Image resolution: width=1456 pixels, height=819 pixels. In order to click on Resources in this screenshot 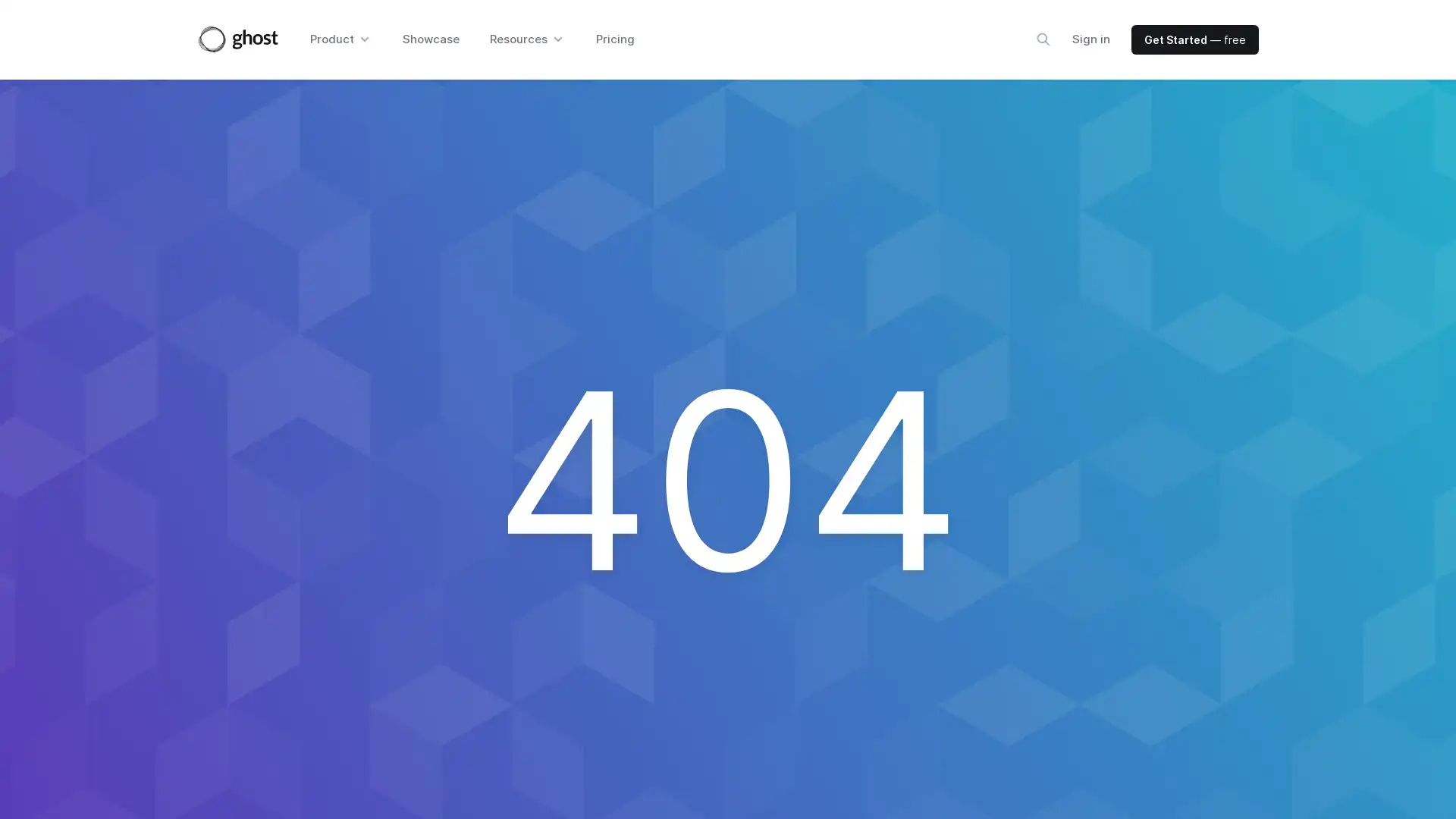, I will do `click(527, 38)`.